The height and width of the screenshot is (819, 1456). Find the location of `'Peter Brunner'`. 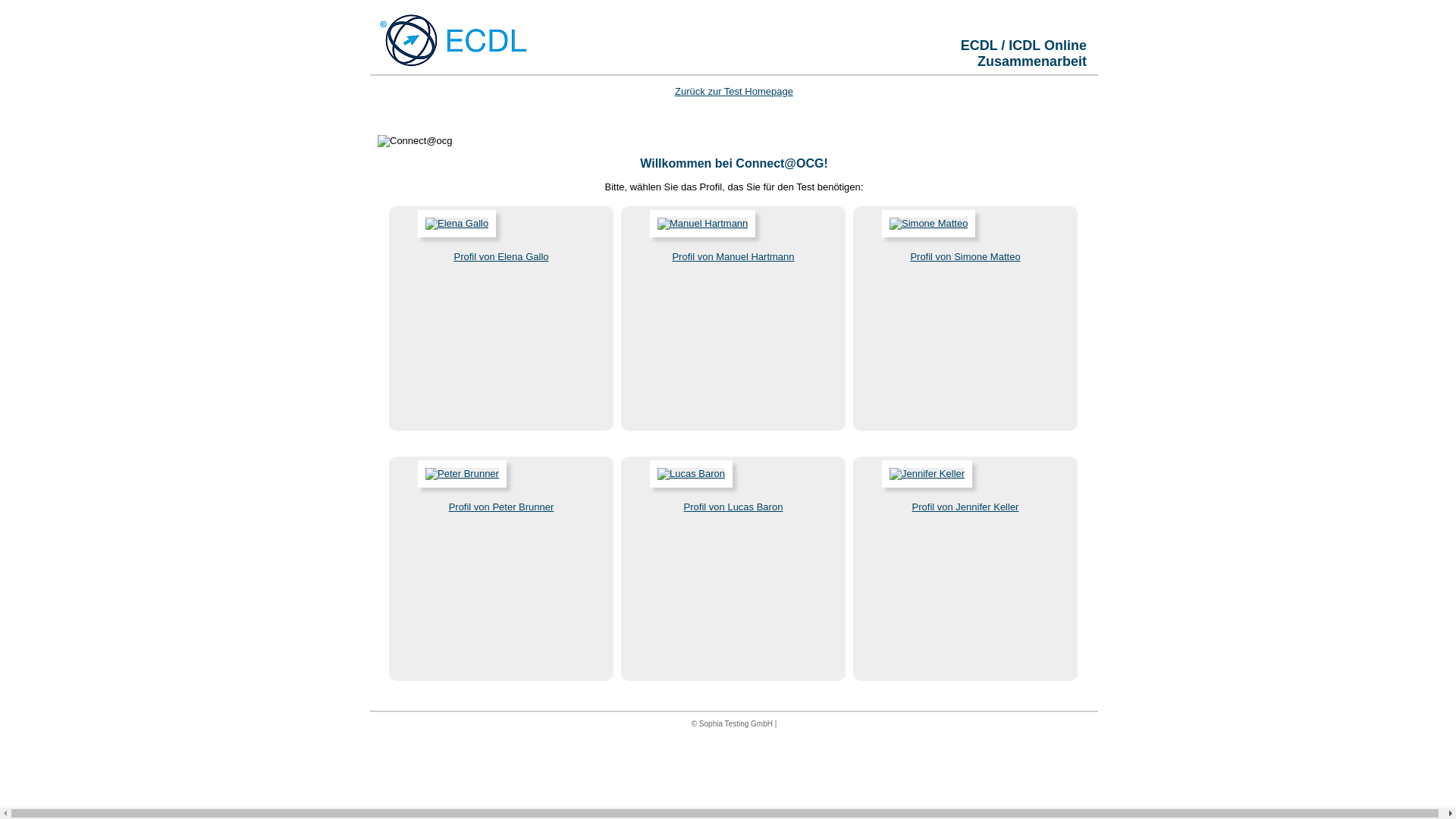

'Peter Brunner' is located at coordinates (461, 472).